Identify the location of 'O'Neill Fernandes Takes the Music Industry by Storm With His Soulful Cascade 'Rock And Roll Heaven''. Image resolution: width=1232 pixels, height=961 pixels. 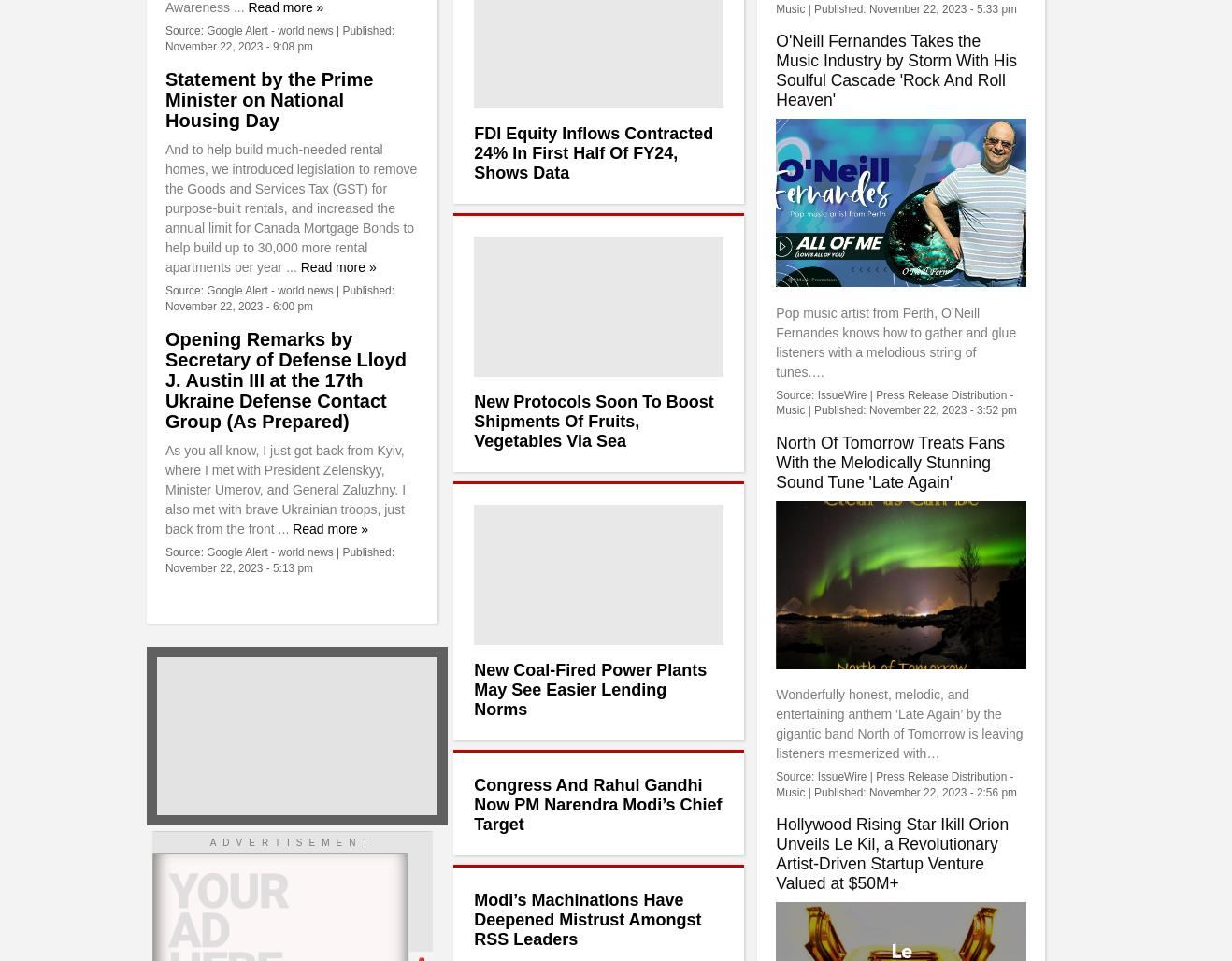
(895, 69).